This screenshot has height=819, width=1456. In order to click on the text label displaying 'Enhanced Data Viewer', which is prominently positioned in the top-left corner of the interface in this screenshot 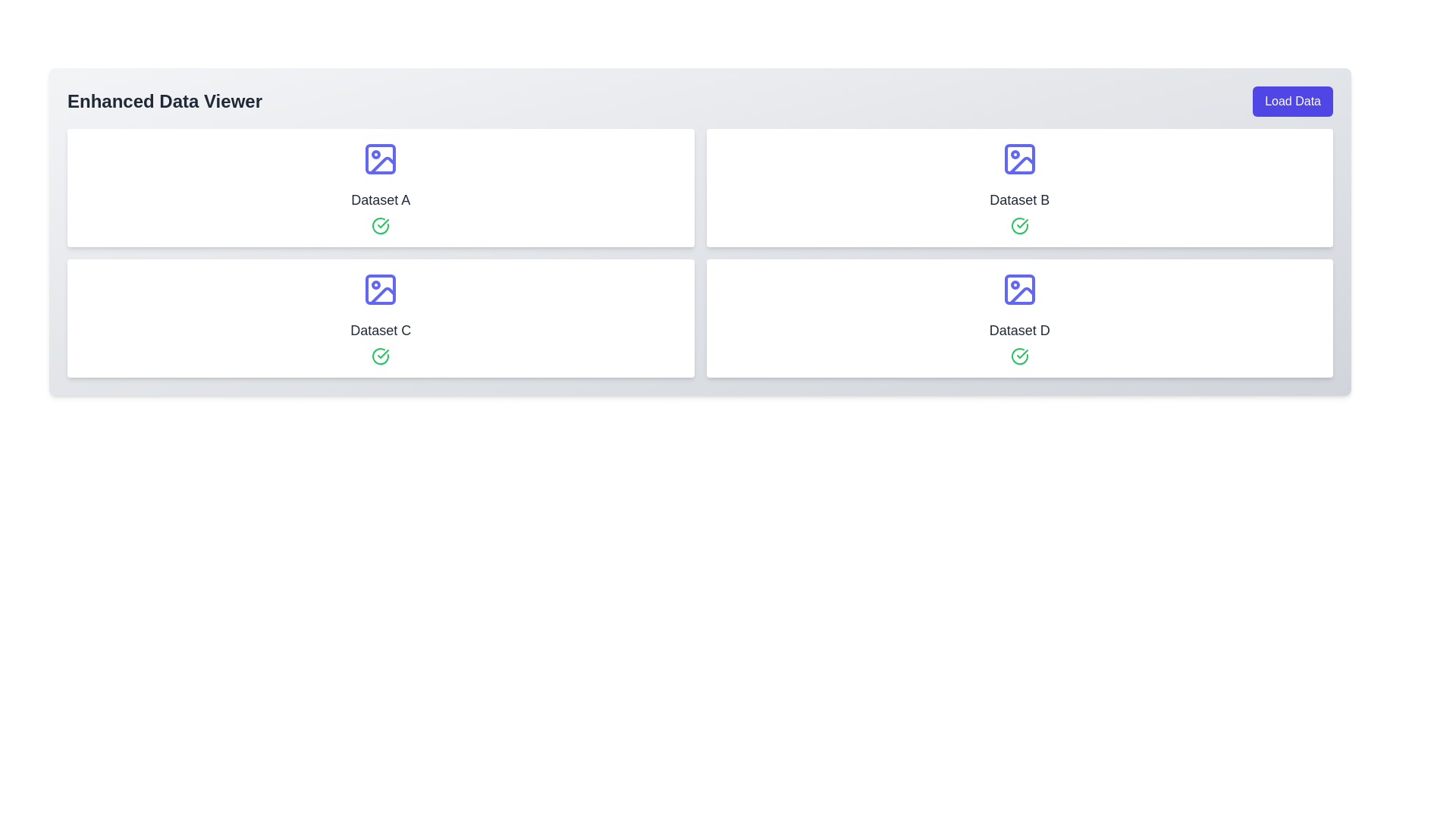, I will do `click(165, 102)`.